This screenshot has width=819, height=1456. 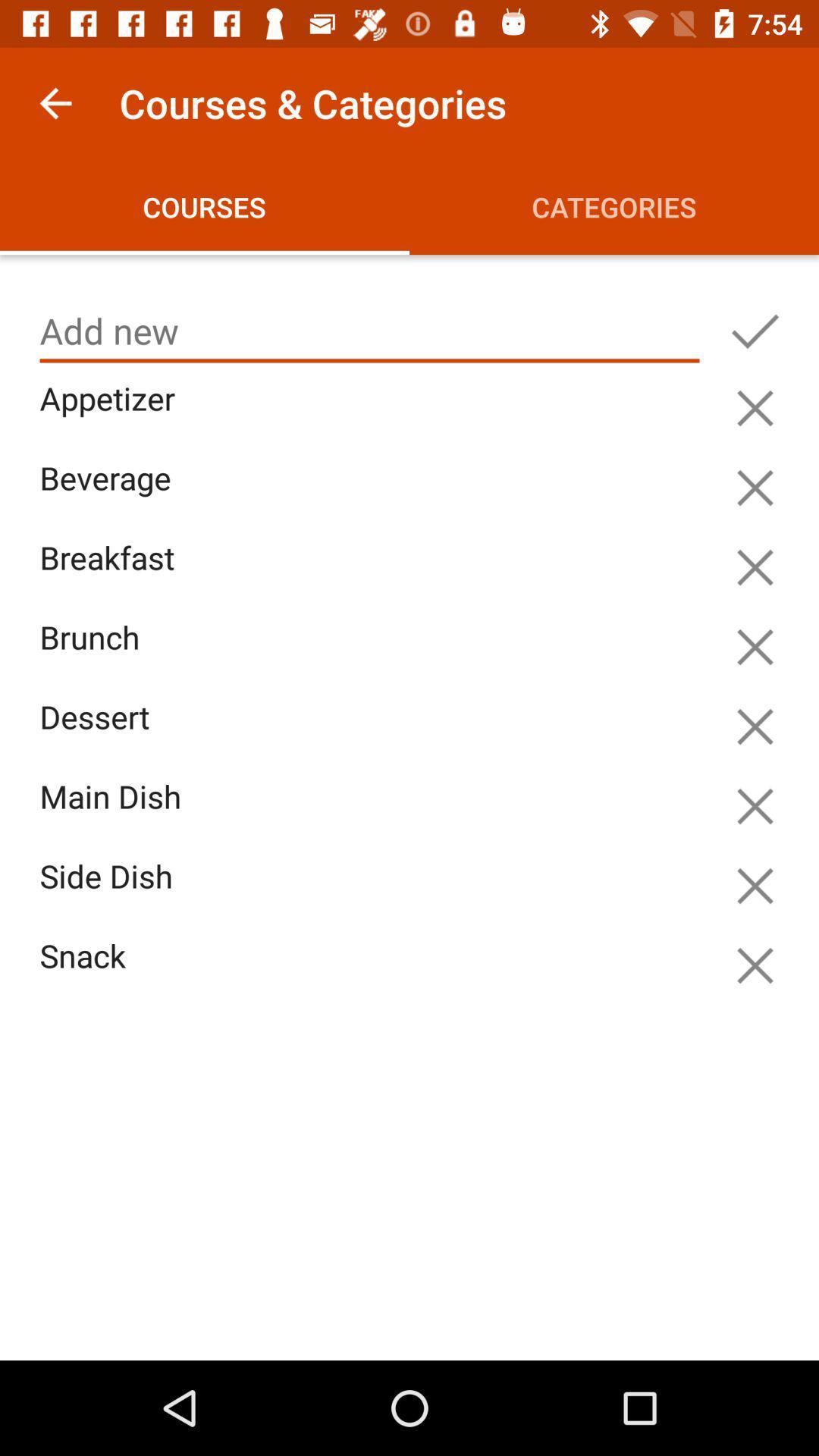 What do you see at coordinates (755, 331) in the screenshot?
I see `what to add` at bounding box center [755, 331].